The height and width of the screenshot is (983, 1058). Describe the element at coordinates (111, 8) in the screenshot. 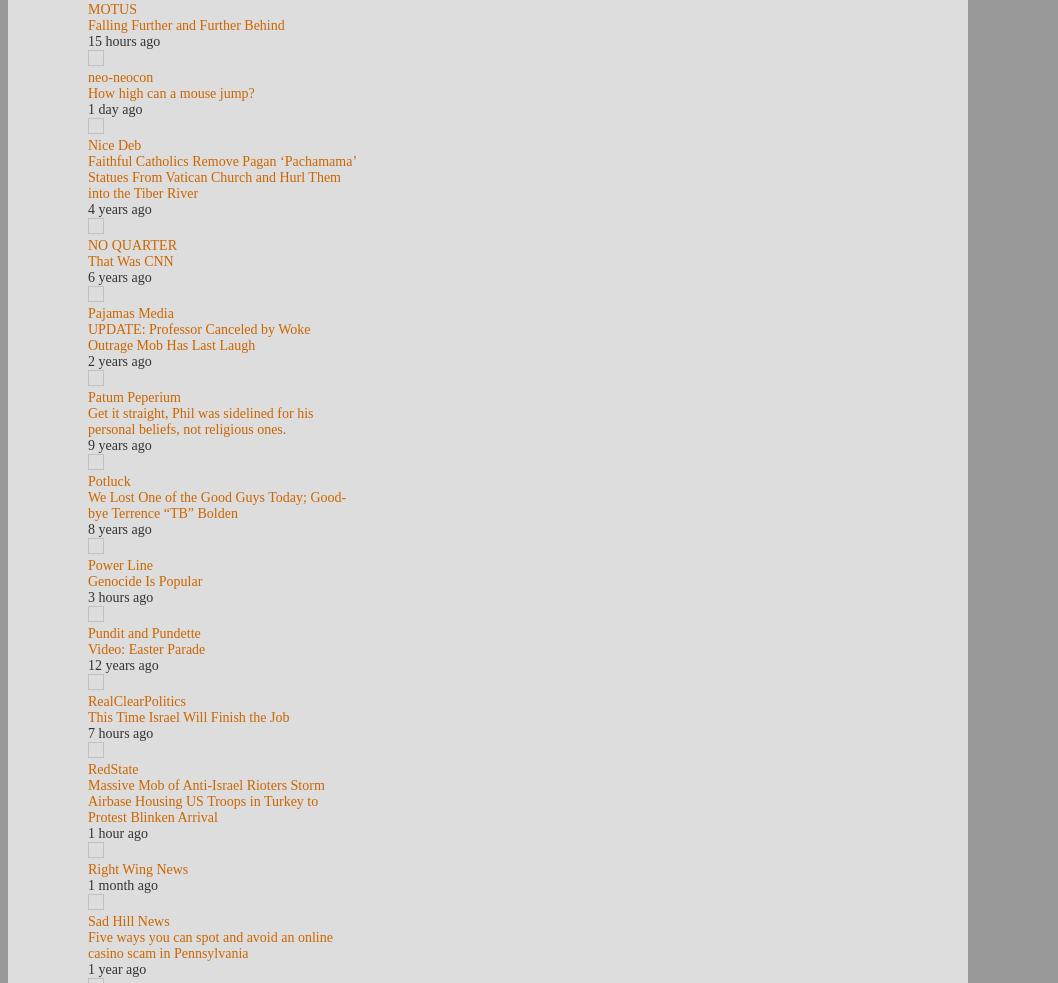

I see `'MOTUS'` at that location.